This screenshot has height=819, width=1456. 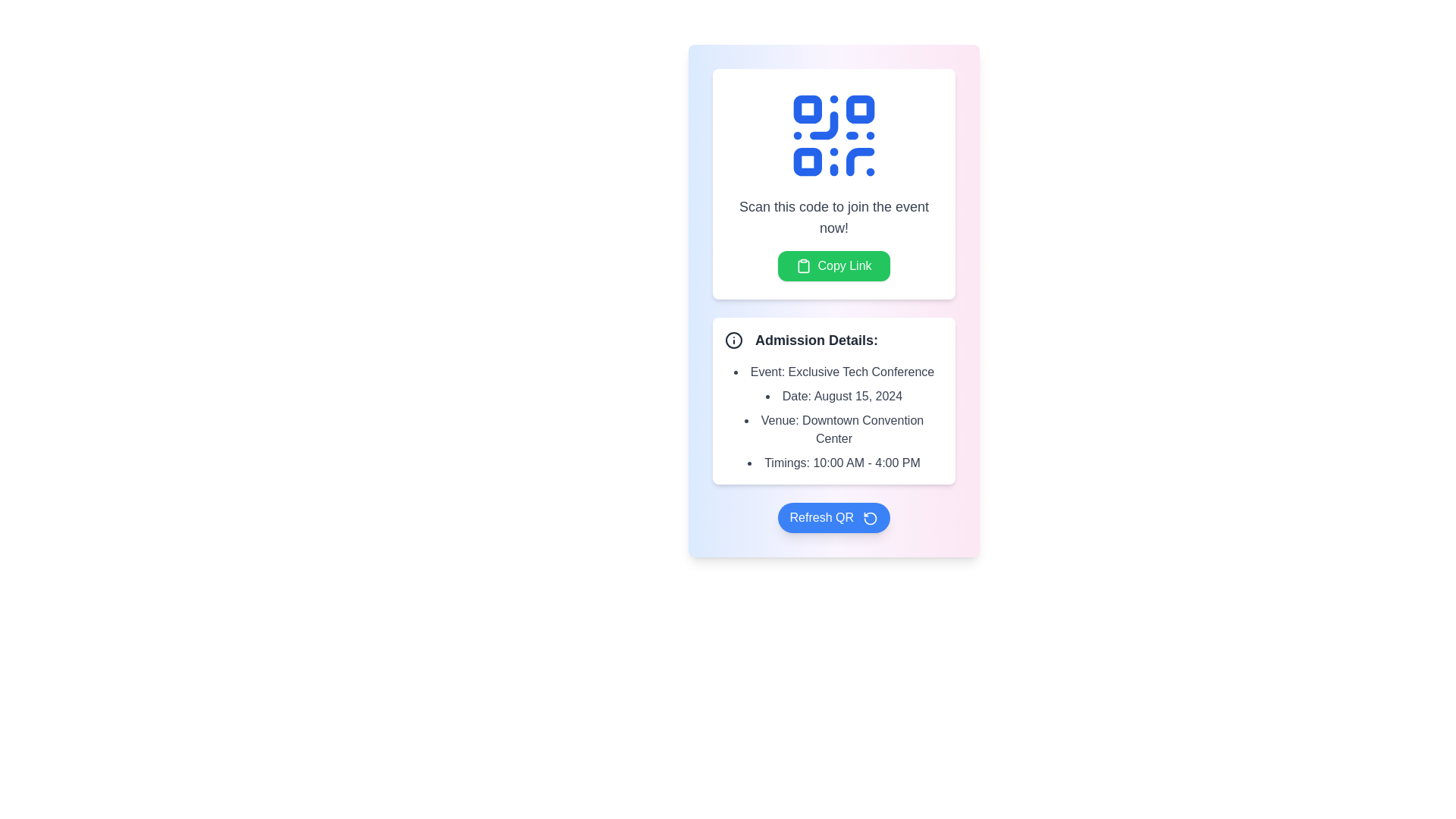 I want to click on the circular informational icon with an 'i' symbol, located immediately to the left of the text 'Admission Details:', which has a subtle gray text color, so click(x=734, y=339).